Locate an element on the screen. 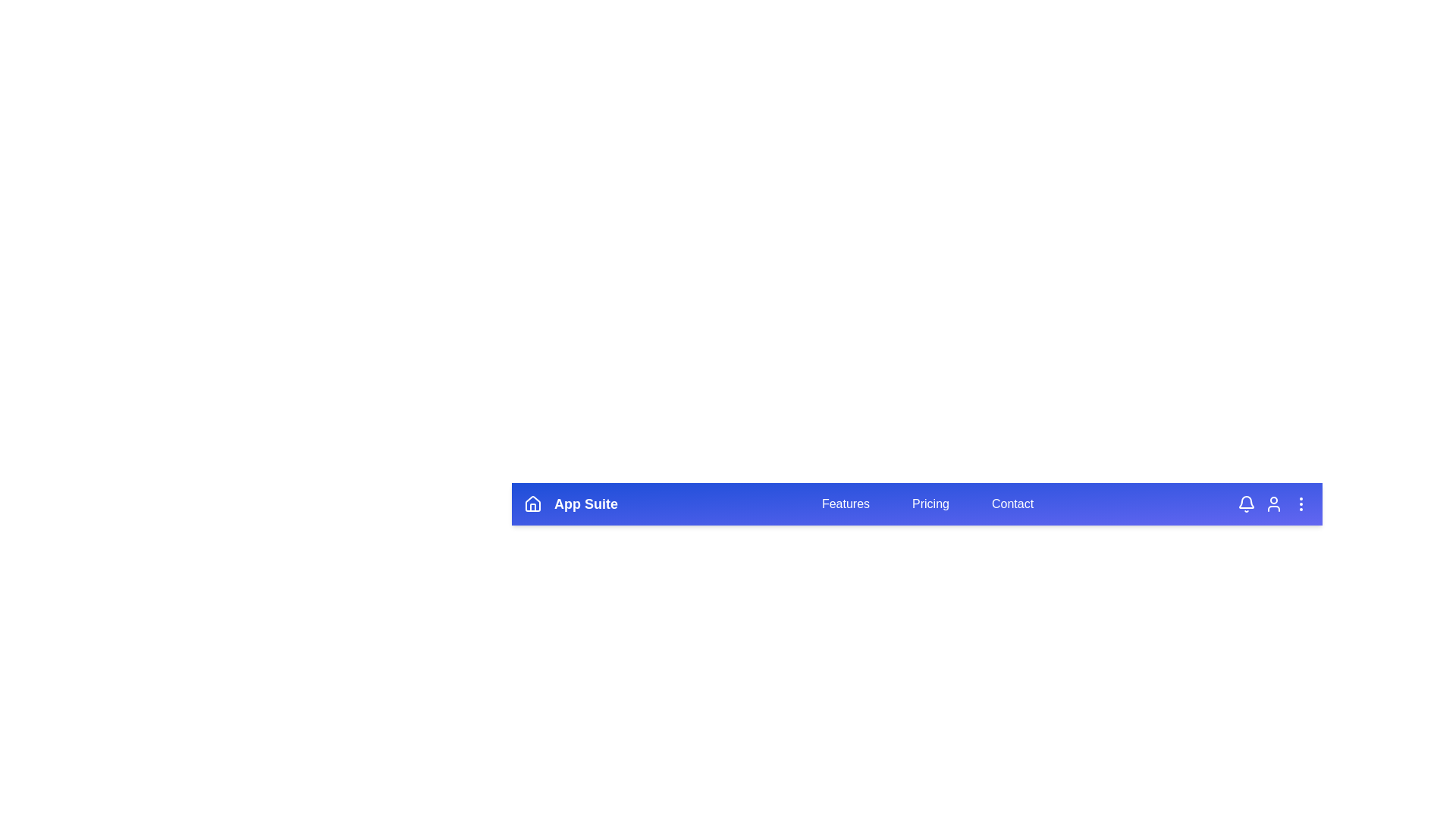 The image size is (1456, 819). the Home icon to navigate to the homepage is located at coordinates (532, 504).